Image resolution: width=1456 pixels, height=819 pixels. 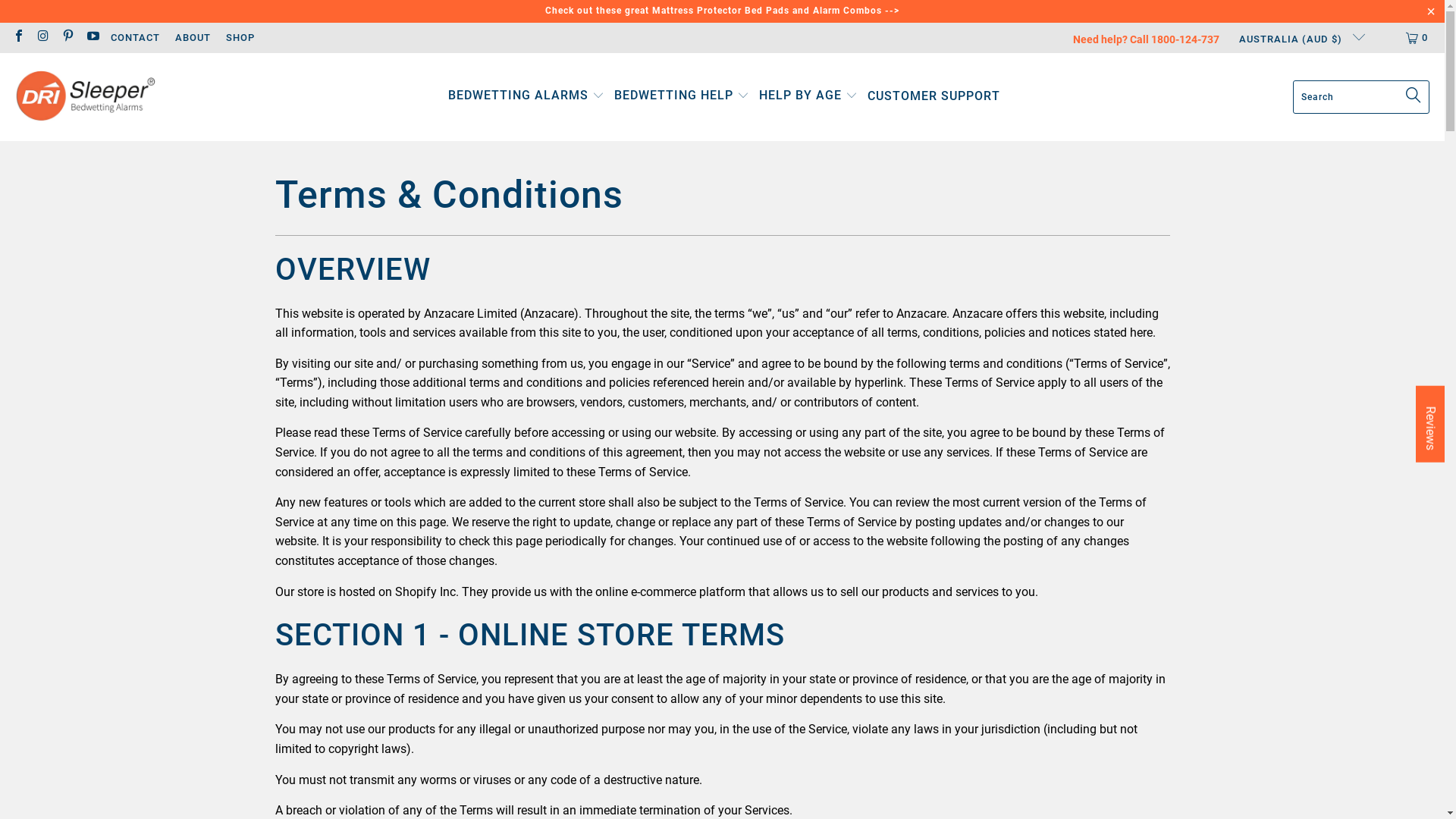 I want to click on 'DRI Sleeper Bedwetting Alarms on Instagram', so click(x=42, y=36).